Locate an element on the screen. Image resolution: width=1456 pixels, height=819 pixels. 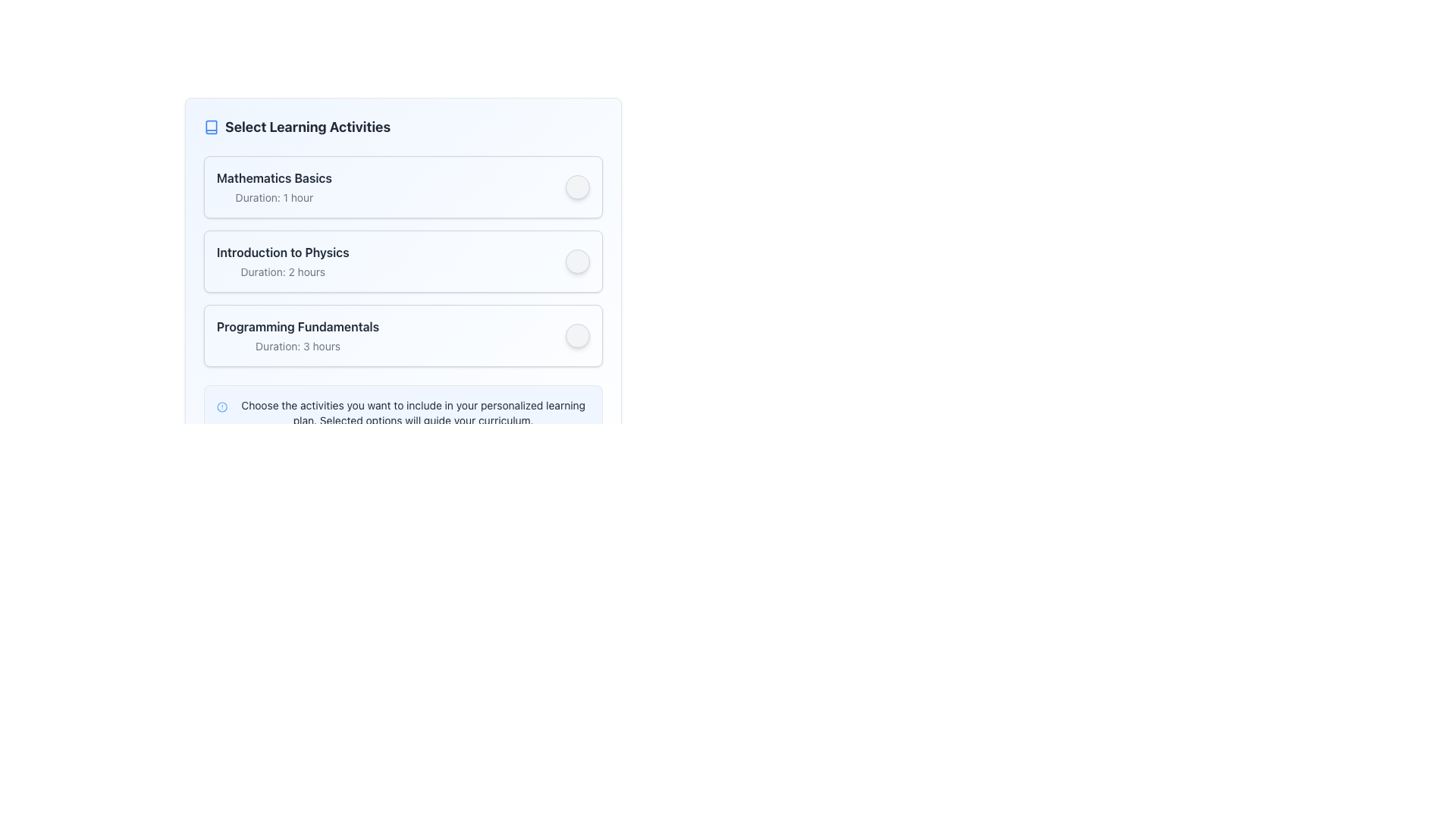
the third selectable learning activity option in the list, which allows the user to include 'Programming Fundamentals' in their learning plan is located at coordinates (403, 335).